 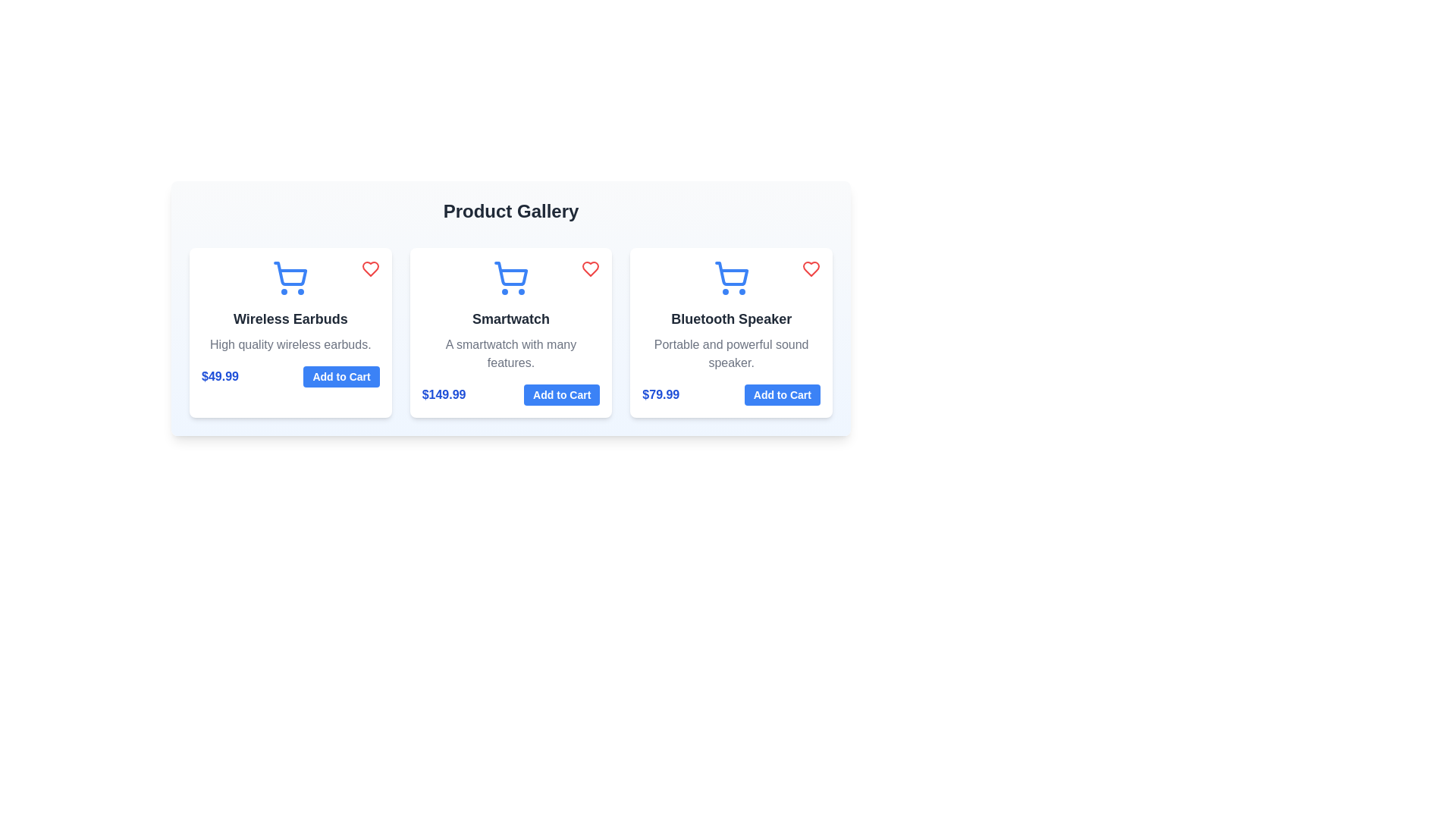 What do you see at coordinates (782, 394) in the screenshot?
I see `'Add to Cart' button for the product Bluetooth Speaker` at bounding box center [782, 394].